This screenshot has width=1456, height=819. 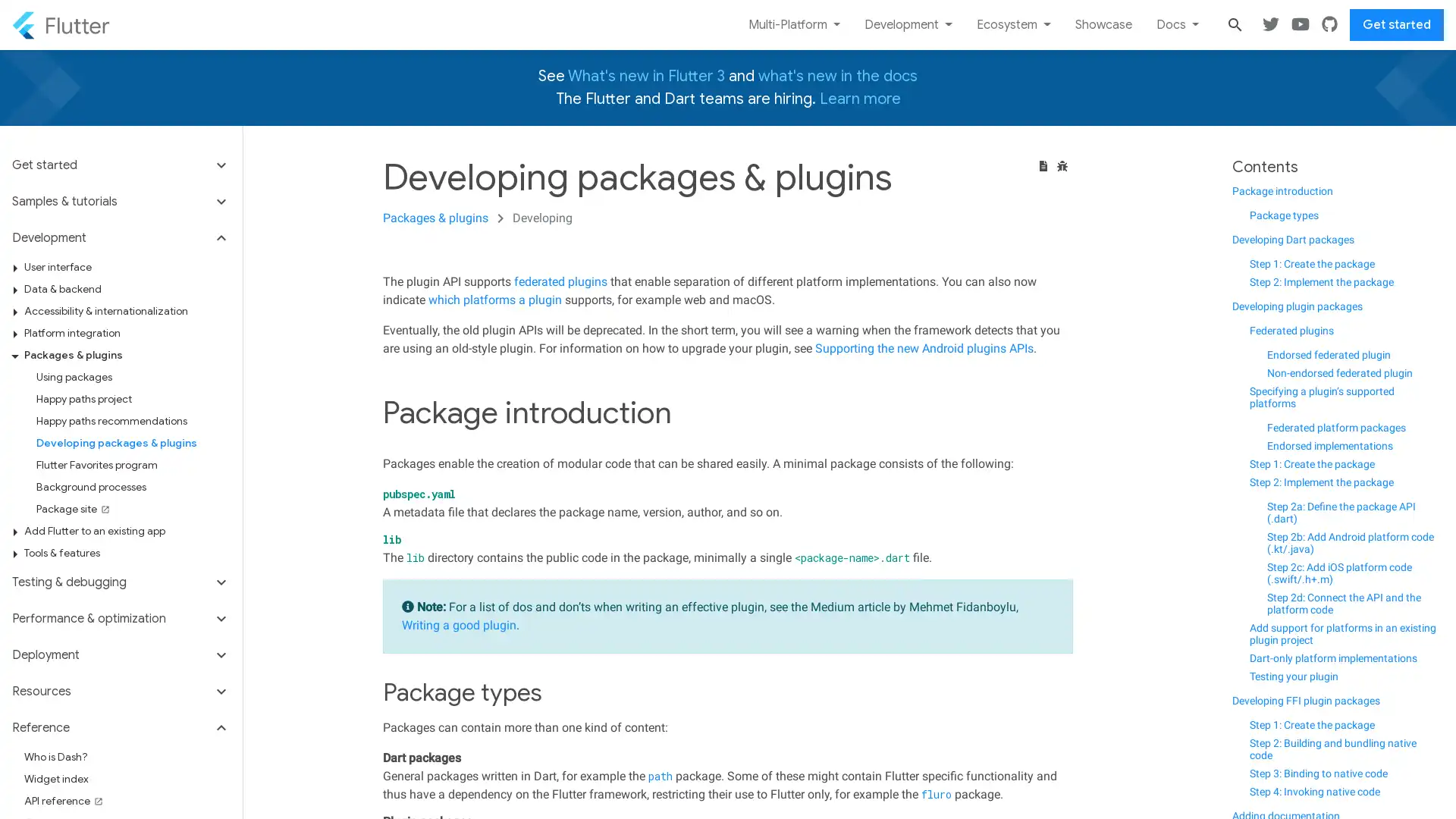 What do you see at coordinates (120, 654) in the screenshot?
I see `Deployment keyboard_arrow_down` at bounding box center [120, 654].